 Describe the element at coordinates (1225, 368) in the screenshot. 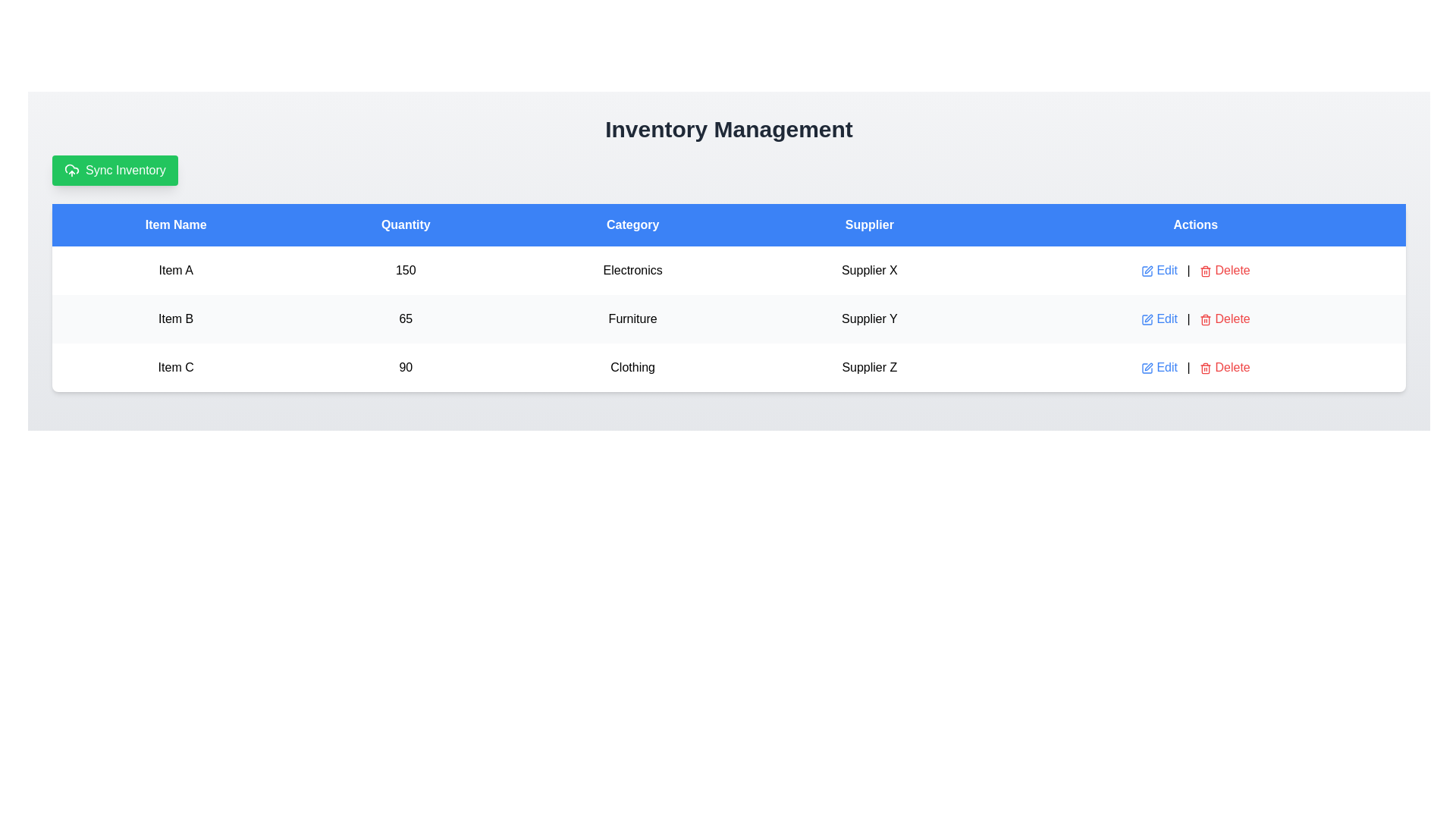

I see `the delete link with an associated icon` at that location.